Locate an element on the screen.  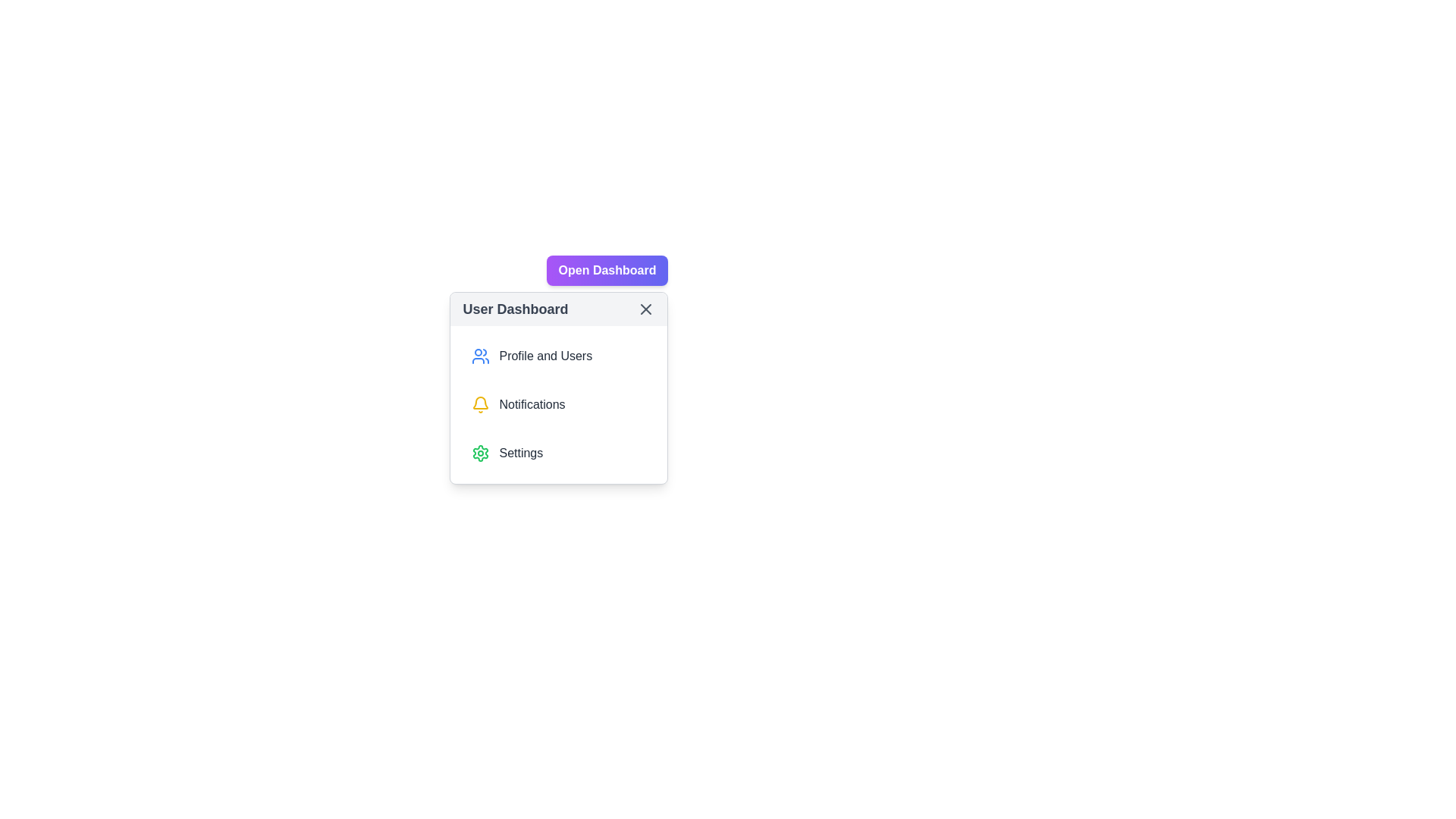
the 'Profile and Users' text label is located at coordinates (545, 356).